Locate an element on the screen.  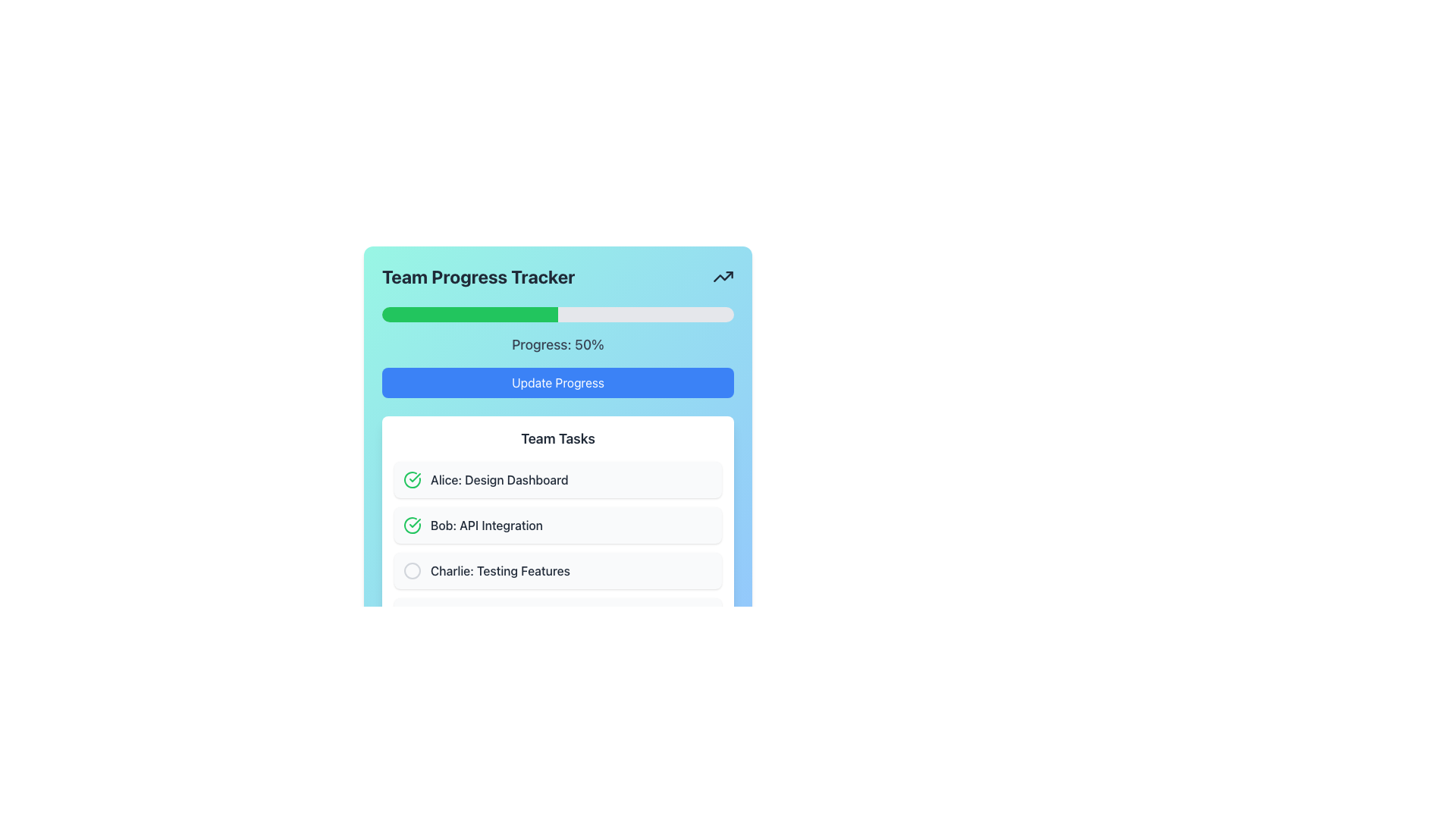
the button located below the progress bar and 'Progress: 50%' label in the 'Team Progress Tracker' card layout is located at coordinates (557, 382).